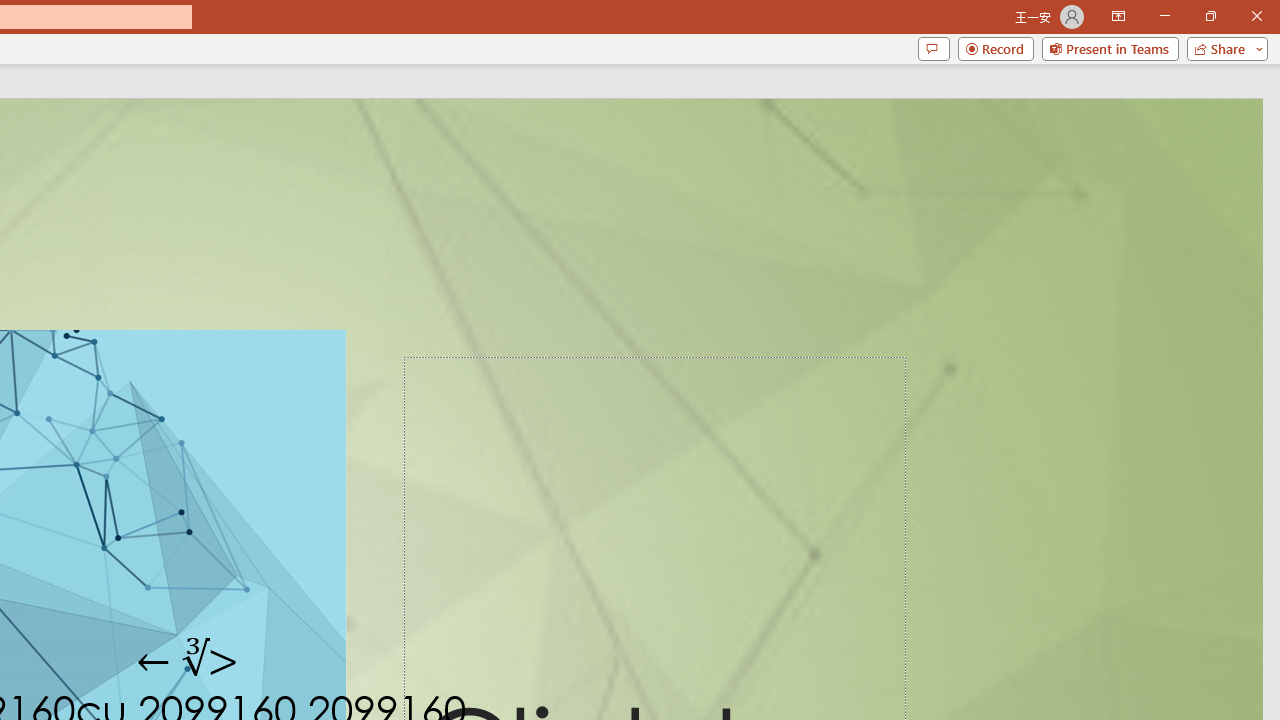 This screenshot has height=720, width=1280. What do you see at coordinates (1109, 47) in the screenshot?
I see `'Present in Teams'` at bounding box center [1109, 47].